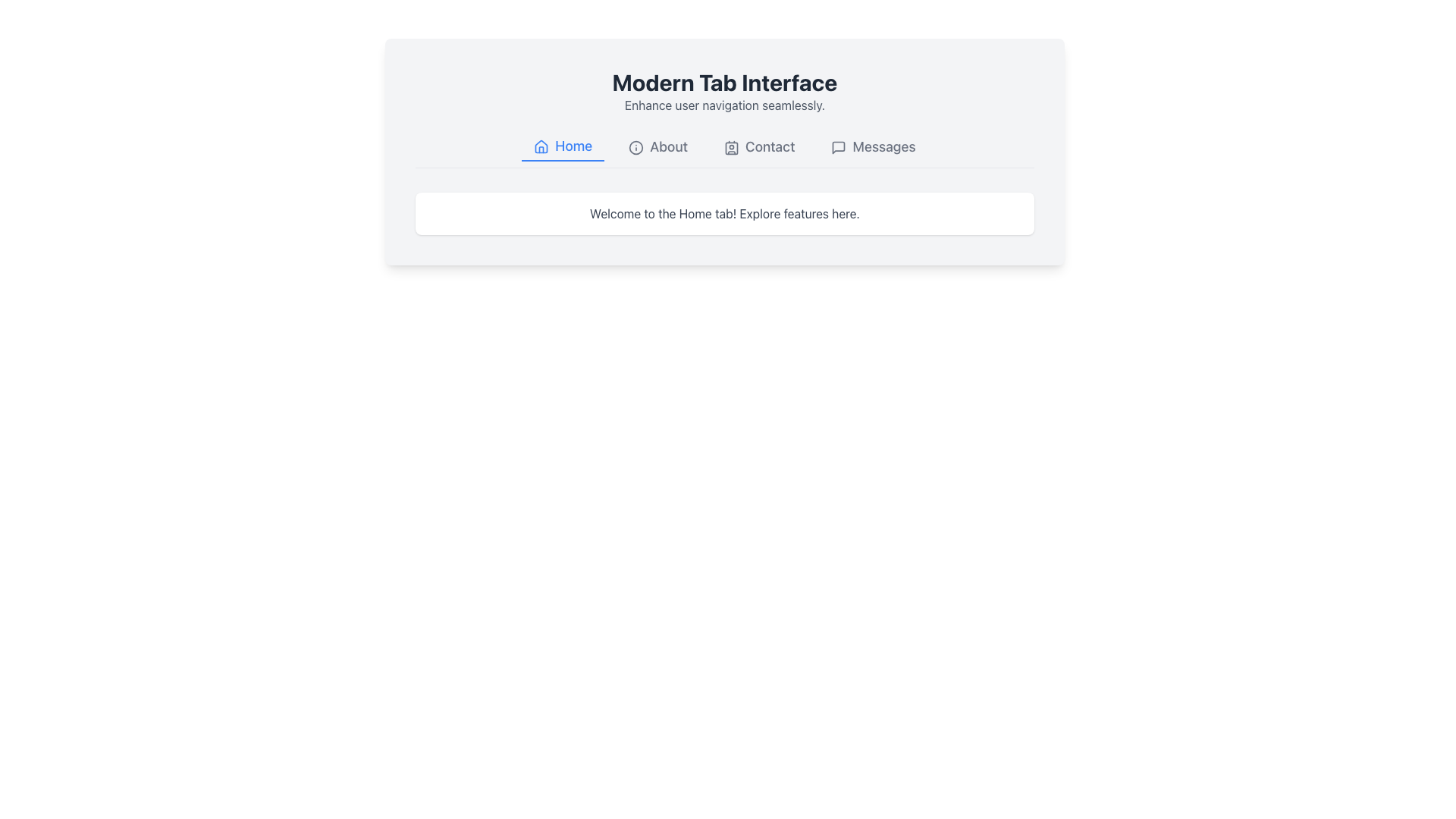  What do you see at coordinates (723, 213) in the screenshot?
I see `informational text block located below the horizontal tab navigation options in the 'Home' tab` at bounding box center [723, 213].